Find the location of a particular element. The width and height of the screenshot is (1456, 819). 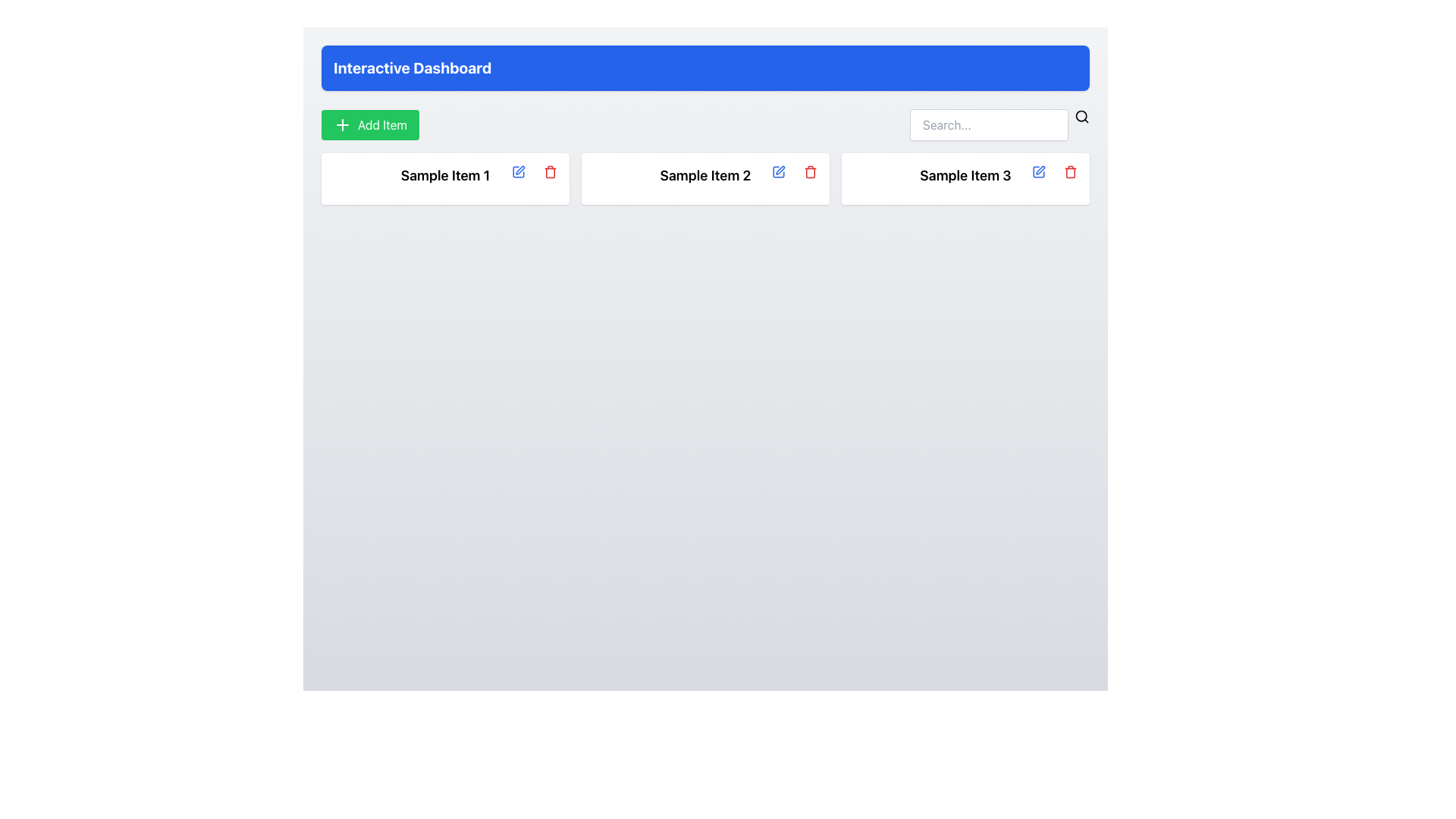

the 'edit' button located in the top-right corner of the card labeled 'Sample Item 2', which is the second icon among the group of action links is located at coordinates (780, 170).